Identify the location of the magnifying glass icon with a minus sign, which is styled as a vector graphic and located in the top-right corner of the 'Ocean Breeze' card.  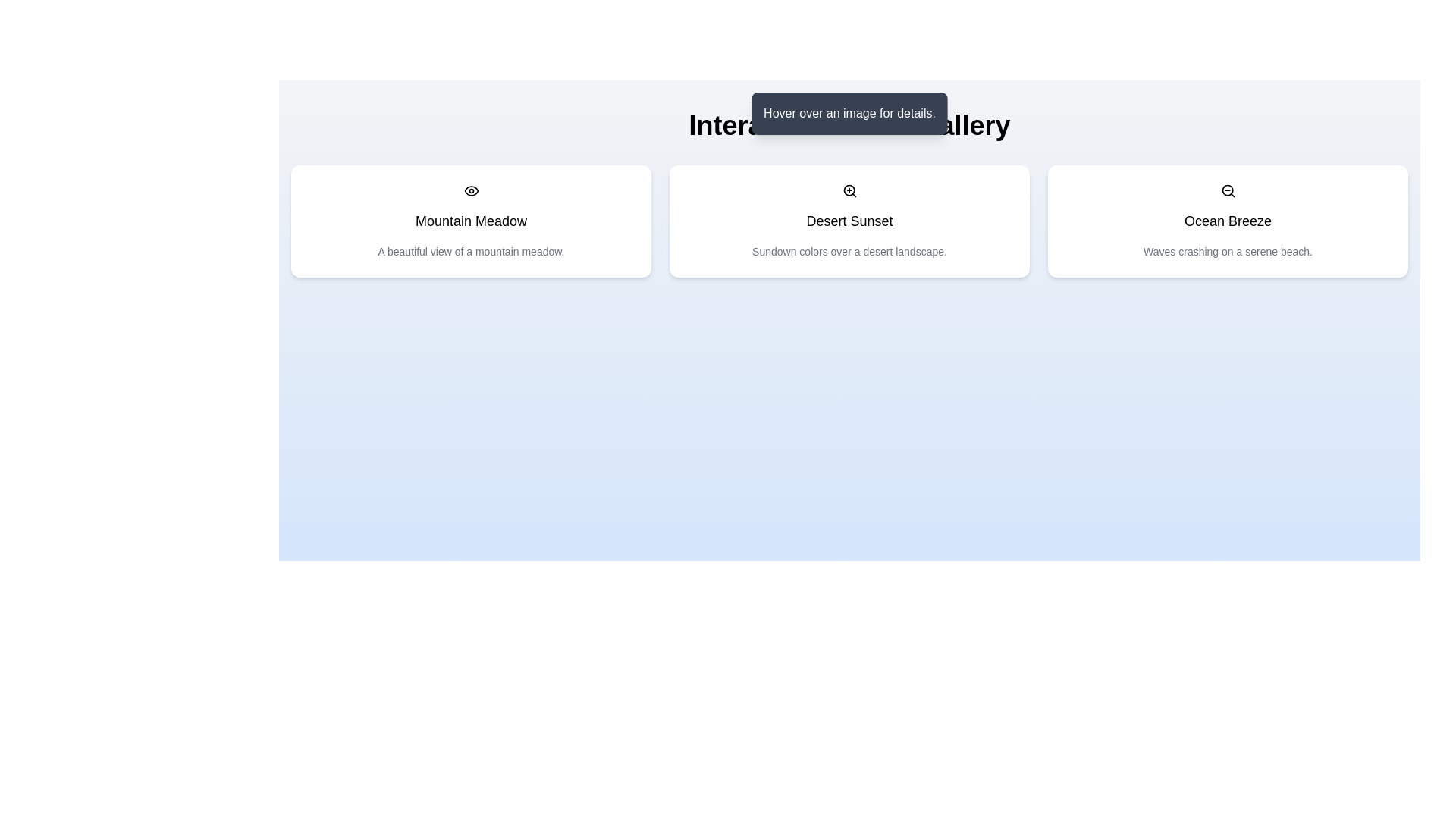
(1228, 190).